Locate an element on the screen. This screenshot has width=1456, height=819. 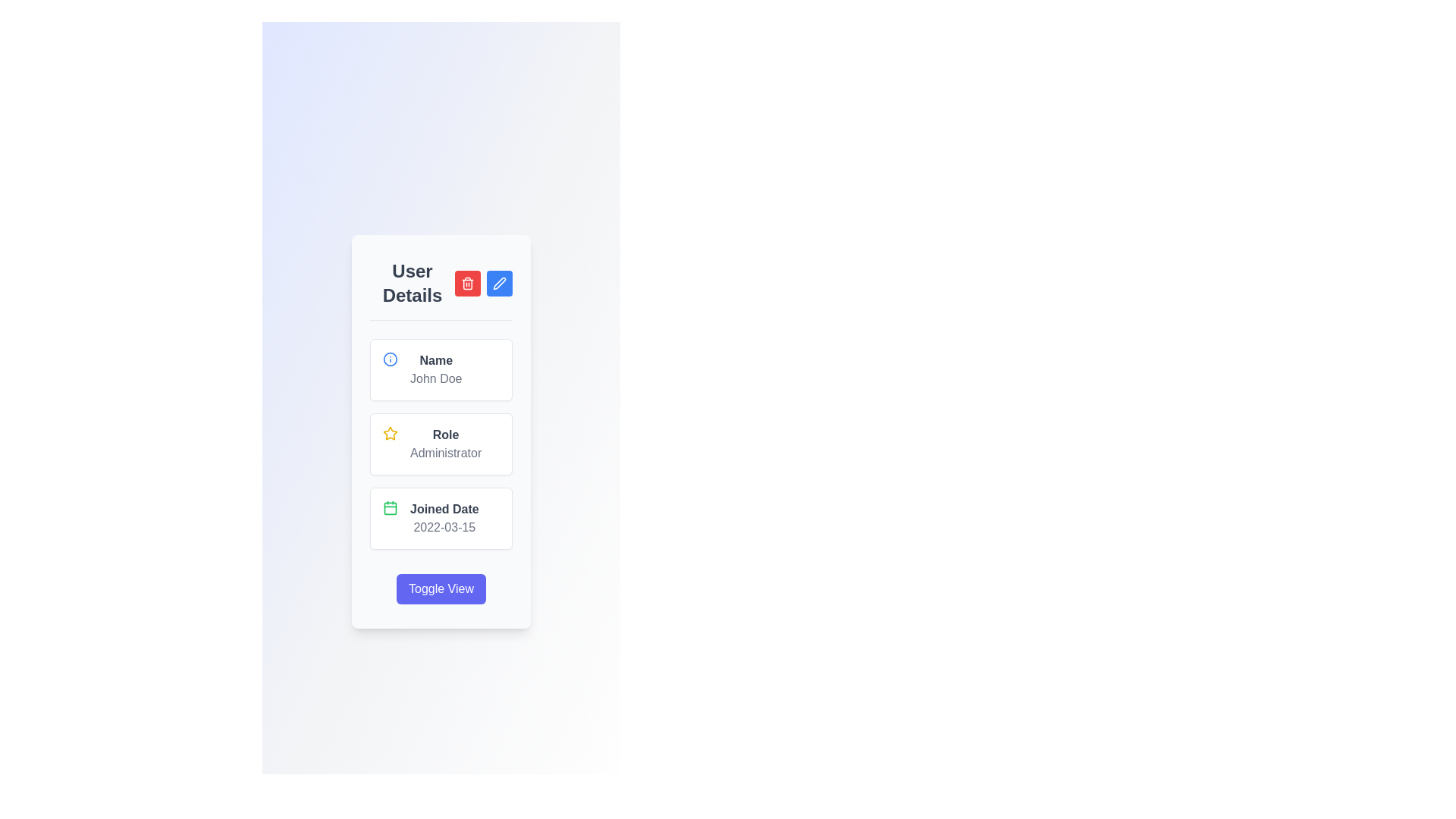
the 'Administrator' label located below the 'Role' text in the central information panel under the 'User Details' section is located at coordinates (445, 452).